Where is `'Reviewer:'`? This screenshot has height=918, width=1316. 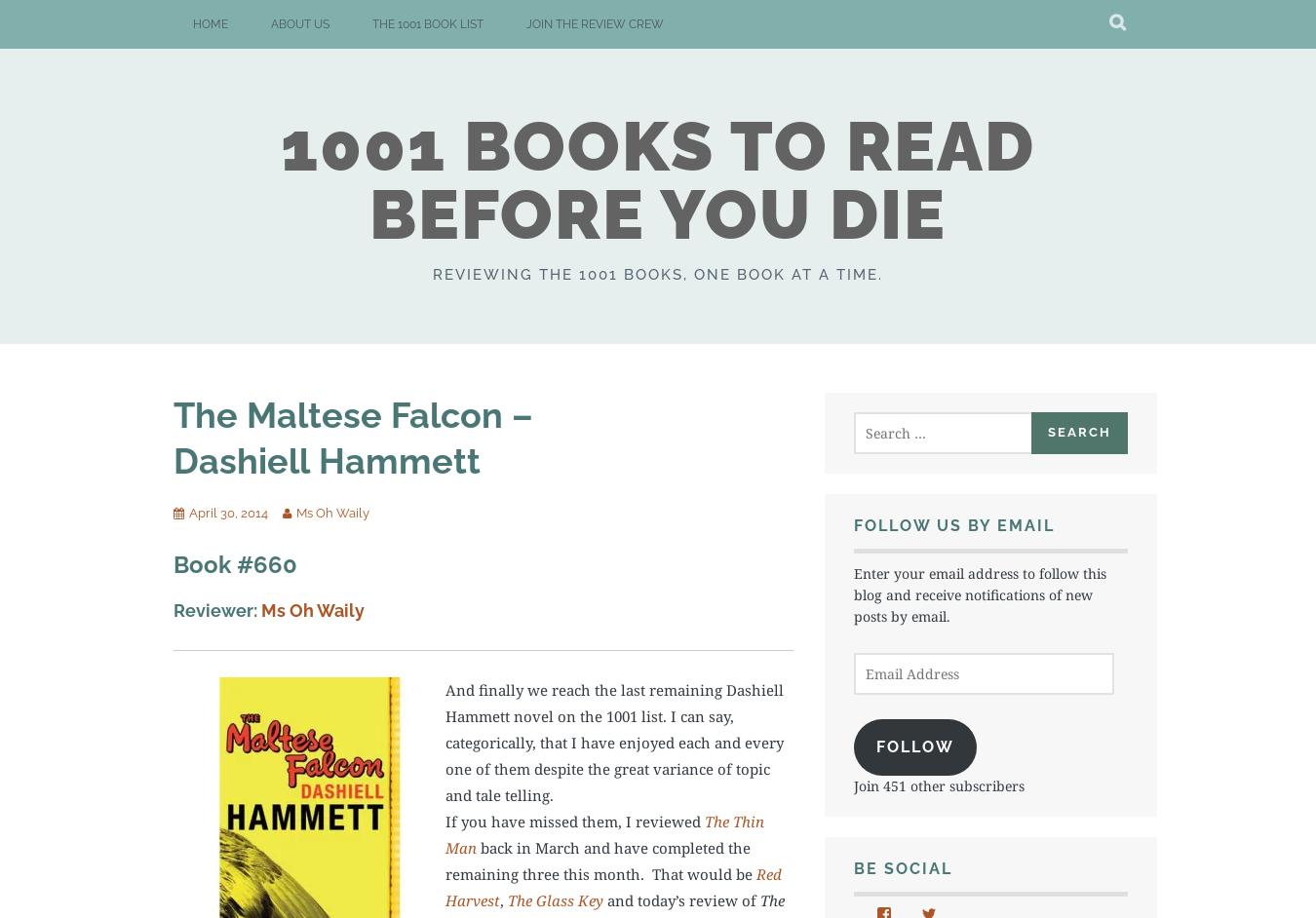 'Reviewer:' is located at coordinates (214, 609).